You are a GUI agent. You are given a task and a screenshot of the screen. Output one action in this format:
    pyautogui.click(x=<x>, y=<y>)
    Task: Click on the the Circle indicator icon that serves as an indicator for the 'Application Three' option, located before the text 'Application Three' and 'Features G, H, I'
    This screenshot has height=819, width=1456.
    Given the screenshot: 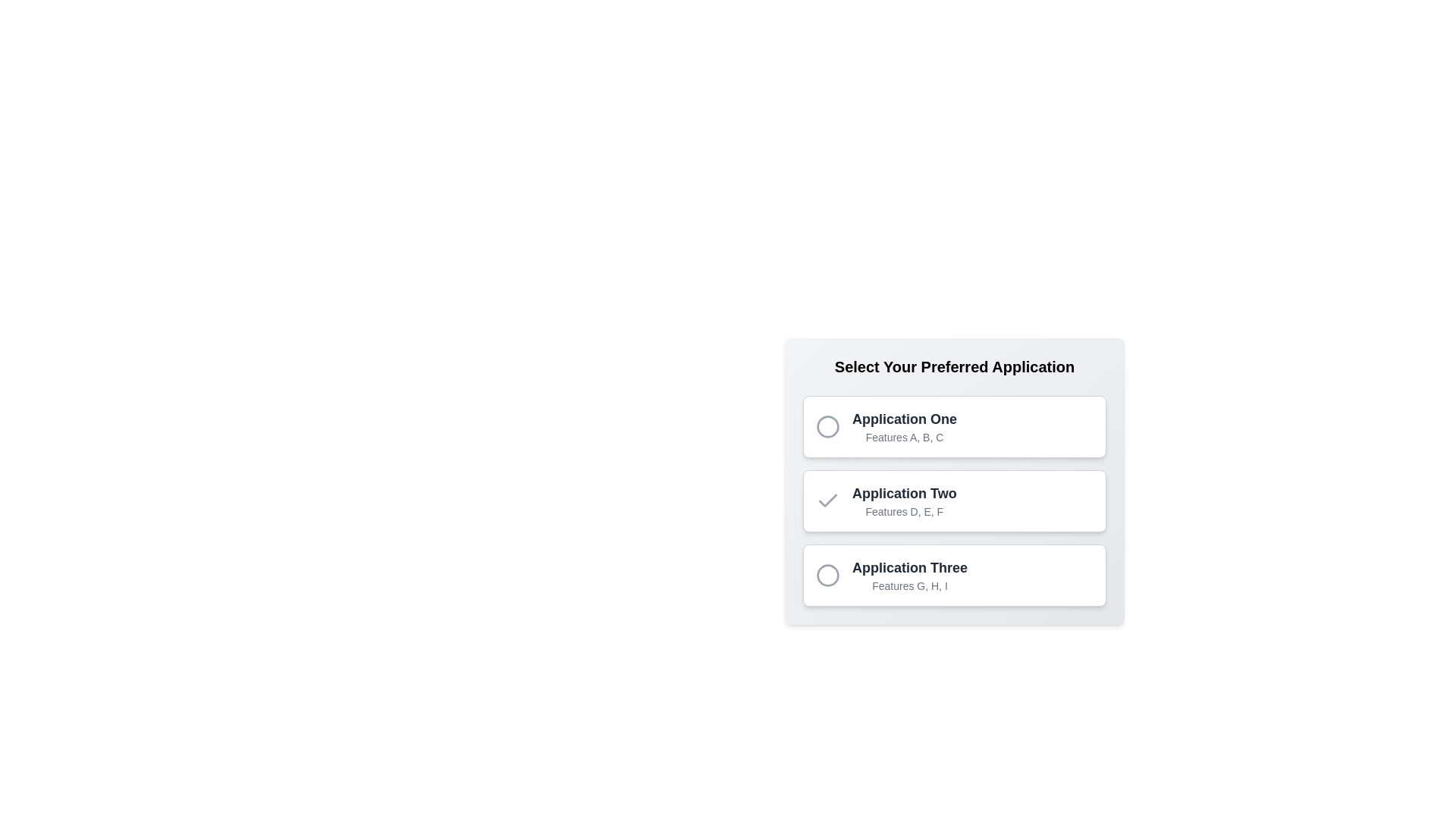 What is the action you would take?
    pyautogui.click(x=827, y=576)
    